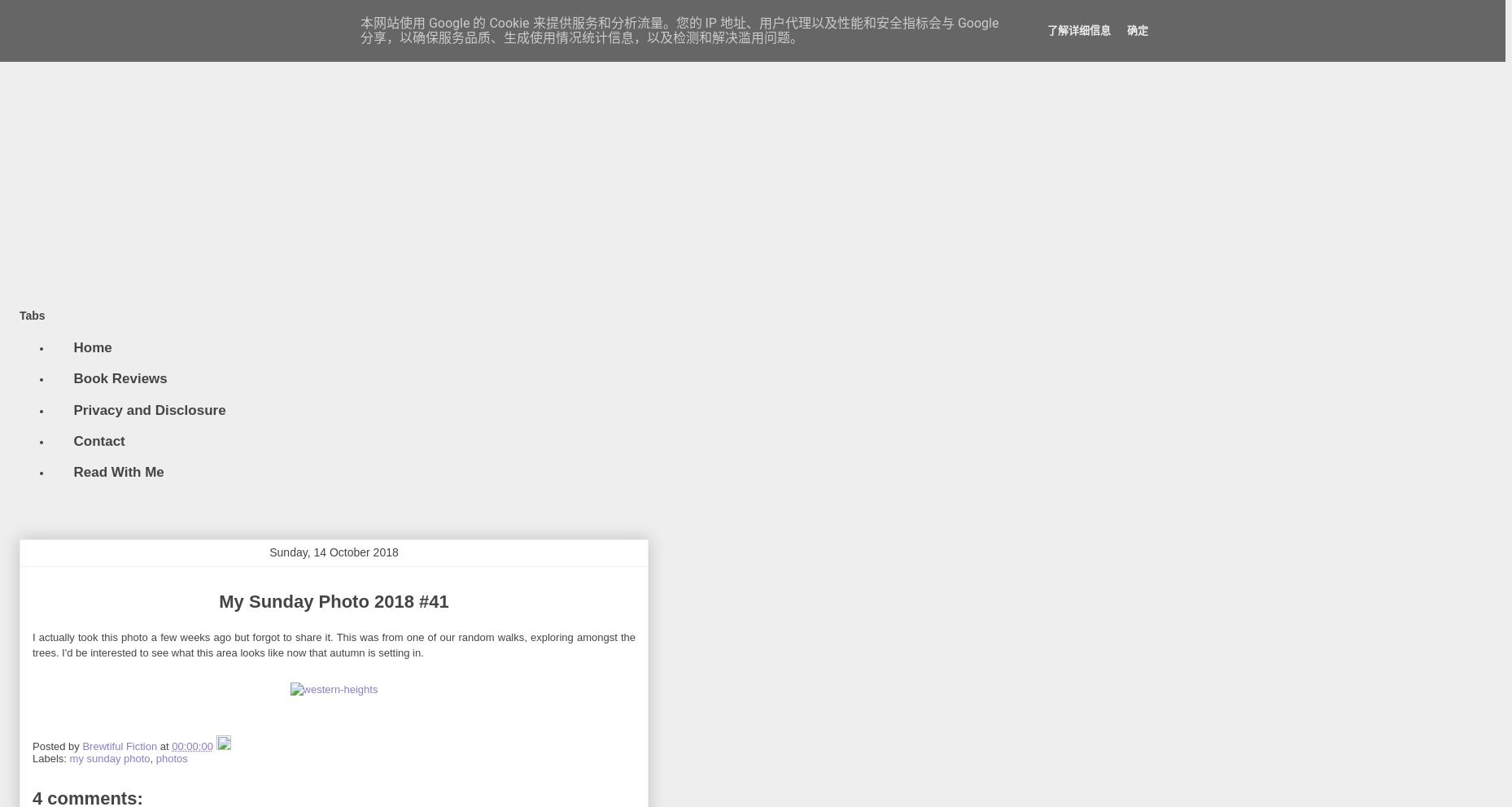 The width and height of the screenshot is (1512, 807). What do you see at coordinates (218, 601) in the screenshot?
I see `'My Sunday Photo 2018 #41'` at bounding box center [218, 601].